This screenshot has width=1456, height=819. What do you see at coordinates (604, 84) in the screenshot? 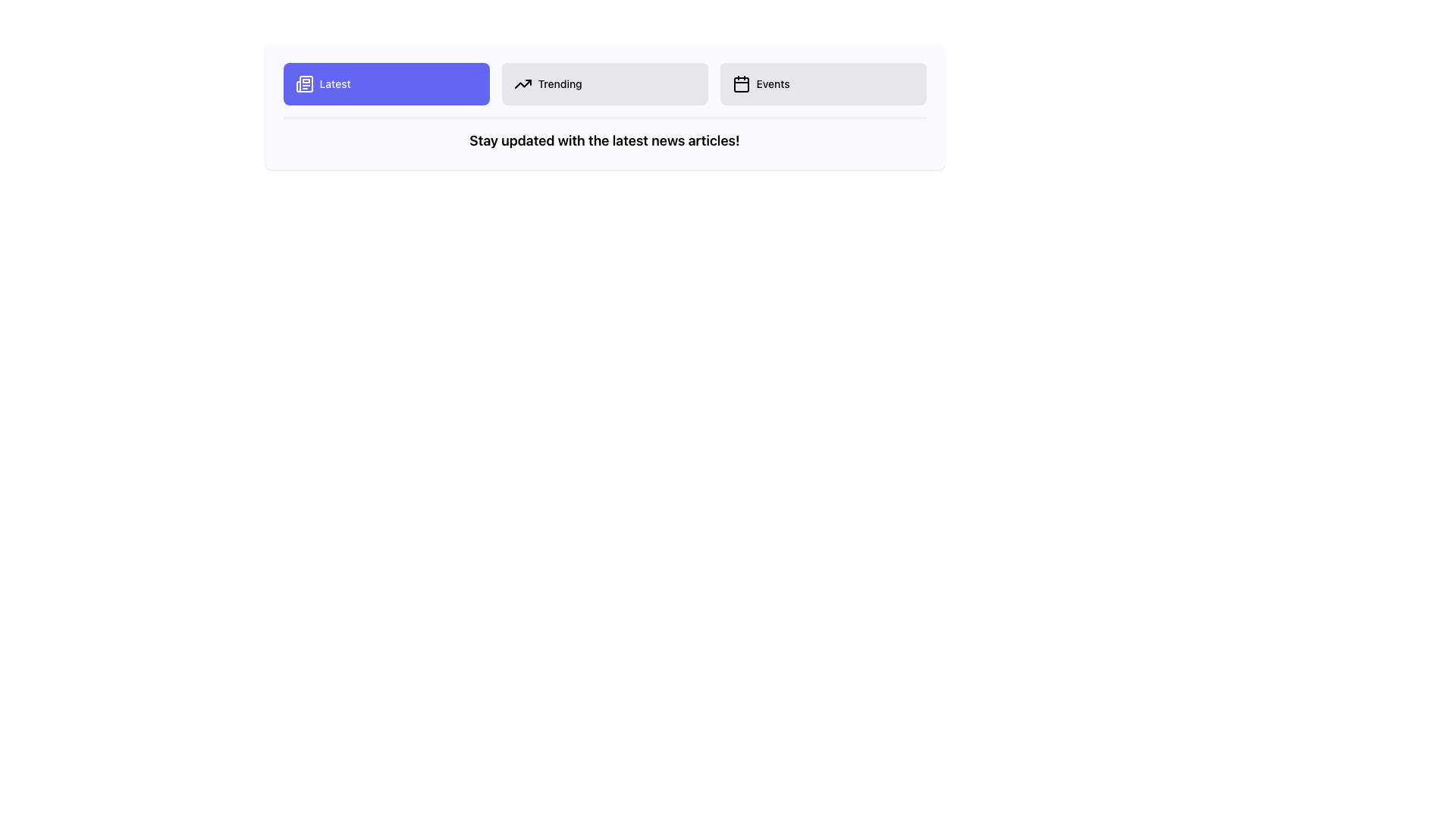
I see `the central button in the navigation bar, which is located between the 'Latest' button and the 'Events' button` at bounding box center [604, 84].